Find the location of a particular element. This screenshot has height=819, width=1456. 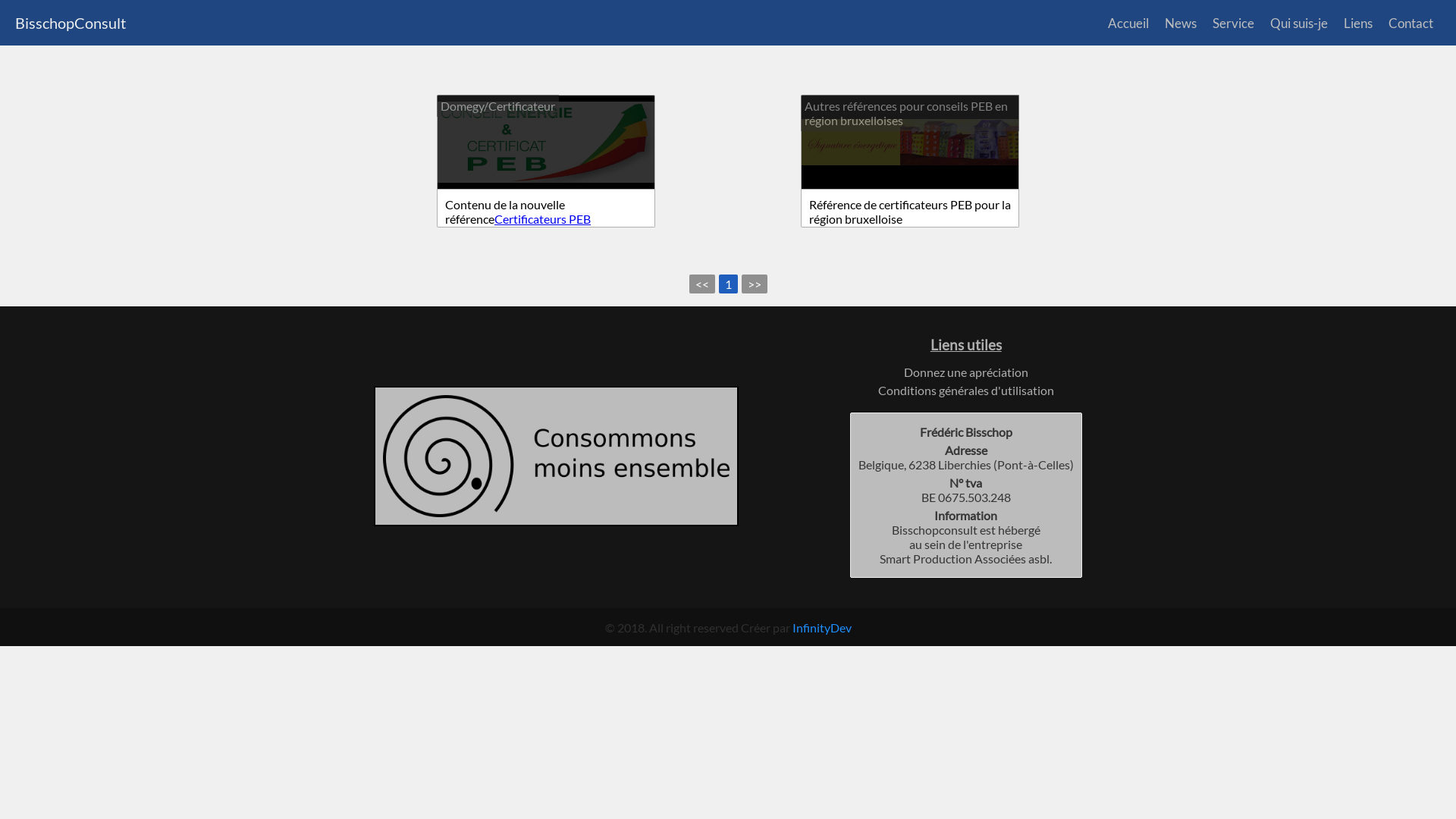

'Accueil' is located at coordinates (1128, 23).